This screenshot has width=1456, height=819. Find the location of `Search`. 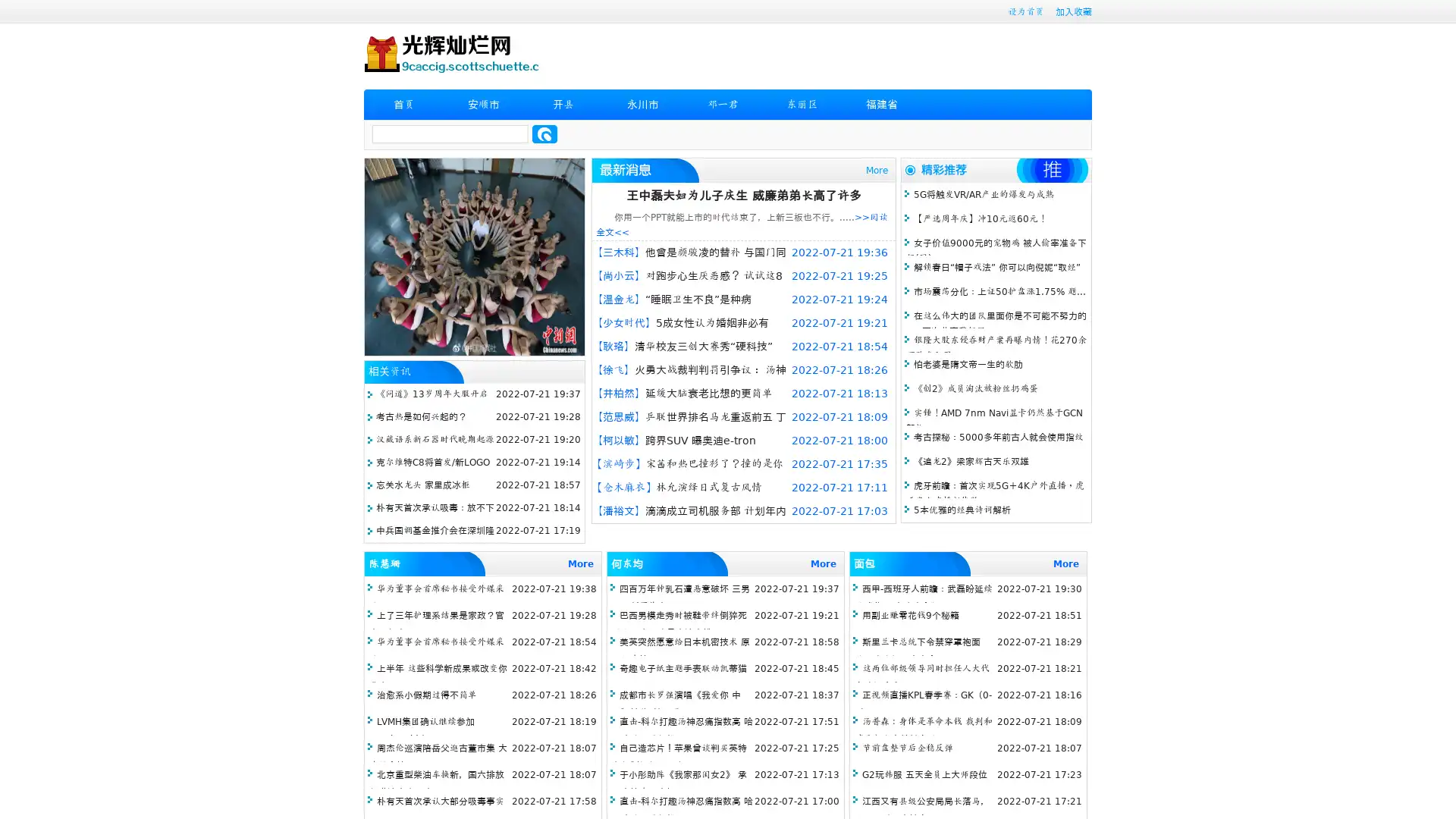

Search is located at coordinates (544, 133).